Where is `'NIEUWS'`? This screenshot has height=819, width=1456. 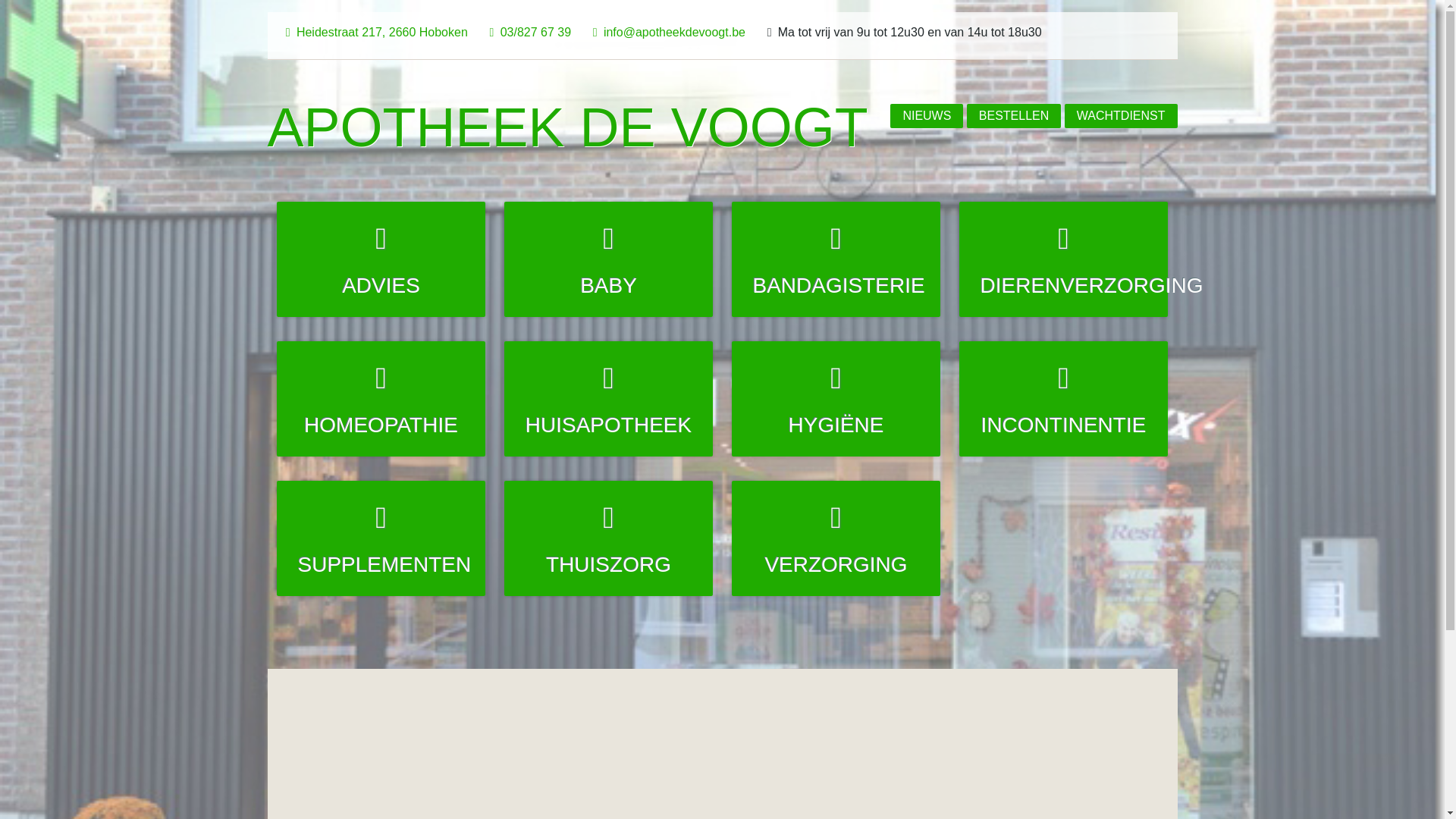
'NIEUWS' is located at coordinates (926, 115).